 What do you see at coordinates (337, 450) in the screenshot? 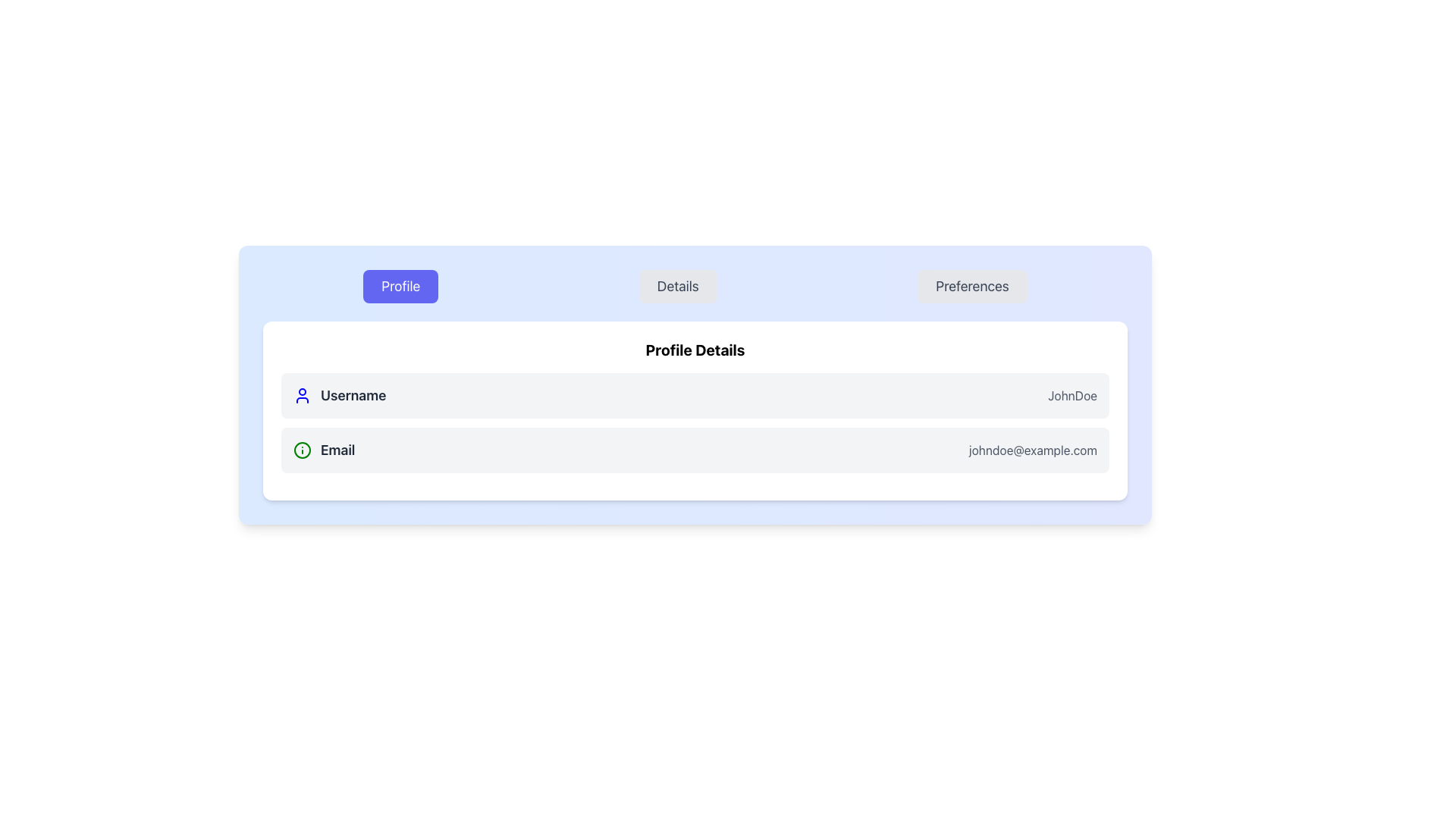
I see `the text label displaying 'Email', which is styled with a bold font weight and dark gray color, located in the details section under the email icon` at bounding box center [337, 450].